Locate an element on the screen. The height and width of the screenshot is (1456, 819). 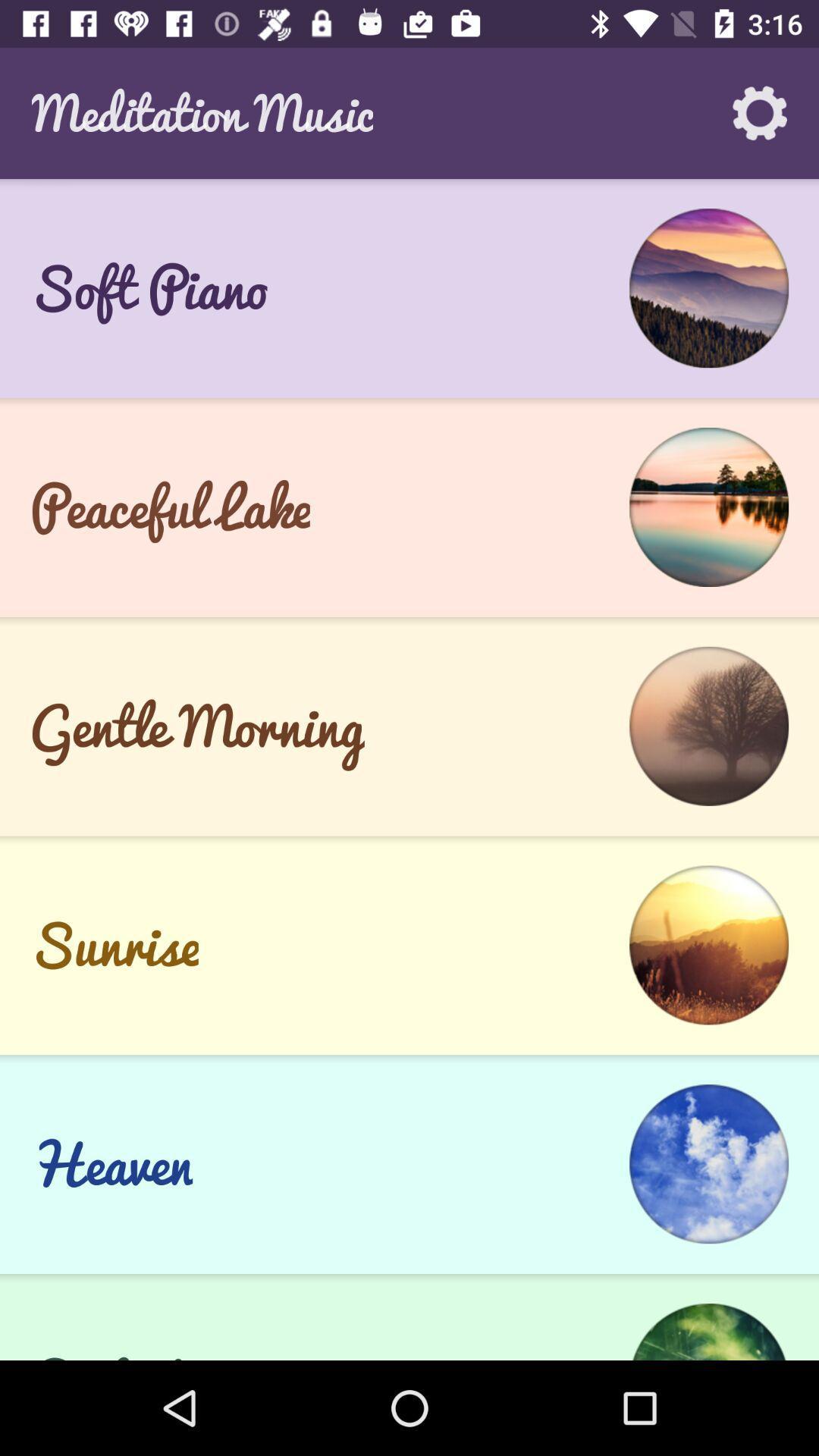
the app below meditation music item is located at coordinates (409, 185).